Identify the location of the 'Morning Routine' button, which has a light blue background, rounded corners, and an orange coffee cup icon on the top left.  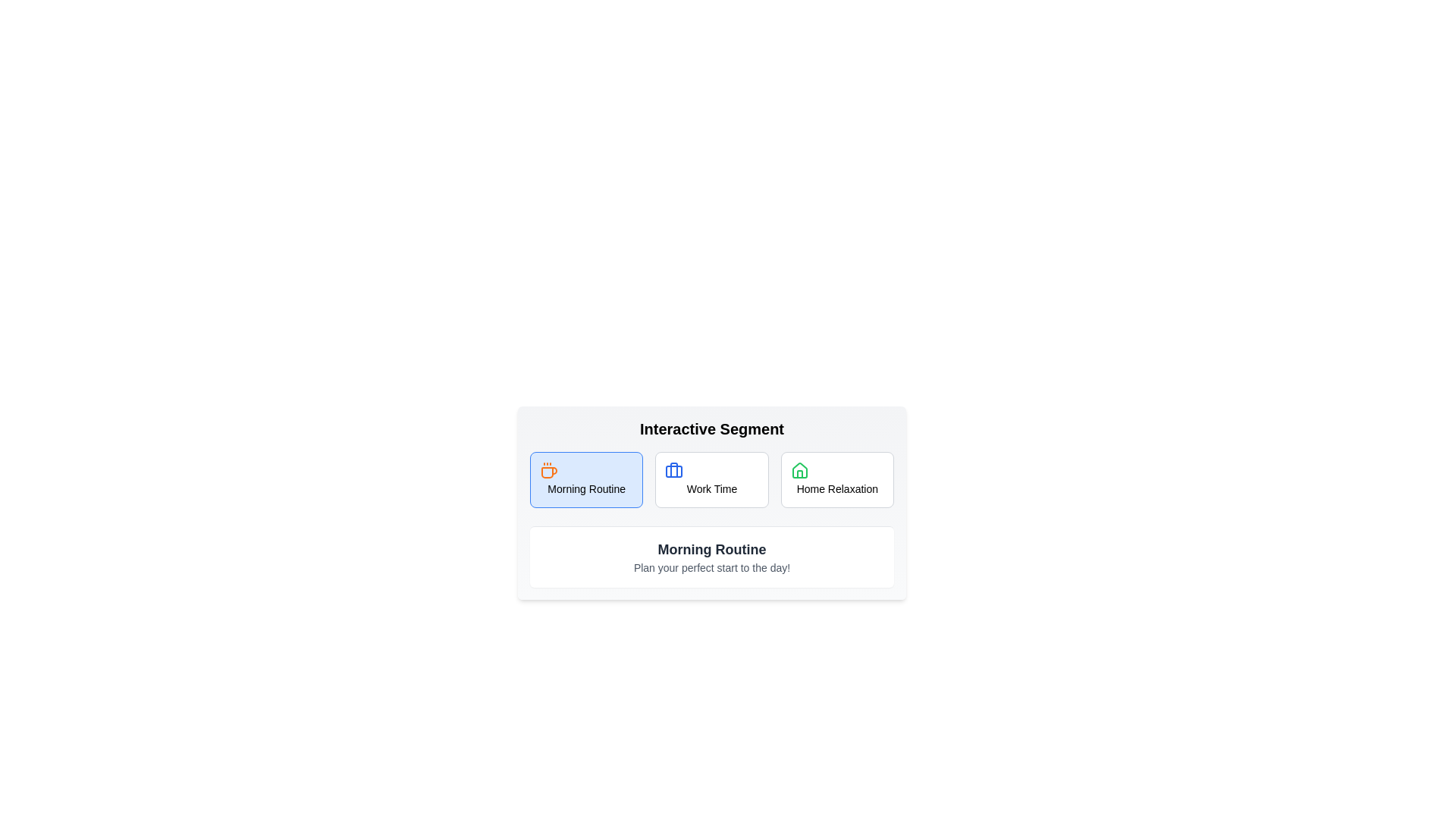
(585, 479).